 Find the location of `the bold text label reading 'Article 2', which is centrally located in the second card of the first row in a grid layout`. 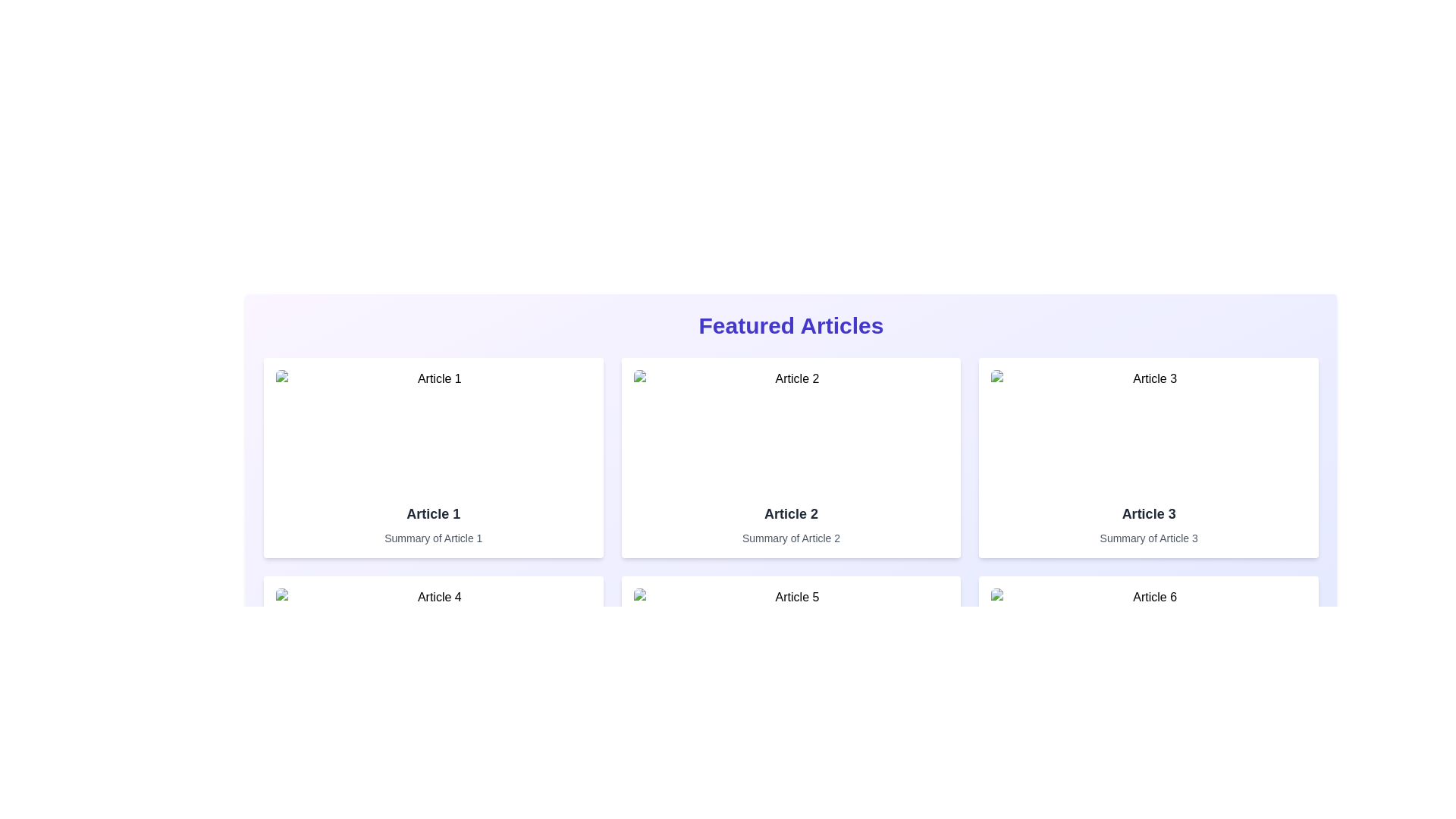

the bold text label reading 'Article 2', which is centrally located in the second card of the first row in a grid layout is located at coordinates (790, 513).